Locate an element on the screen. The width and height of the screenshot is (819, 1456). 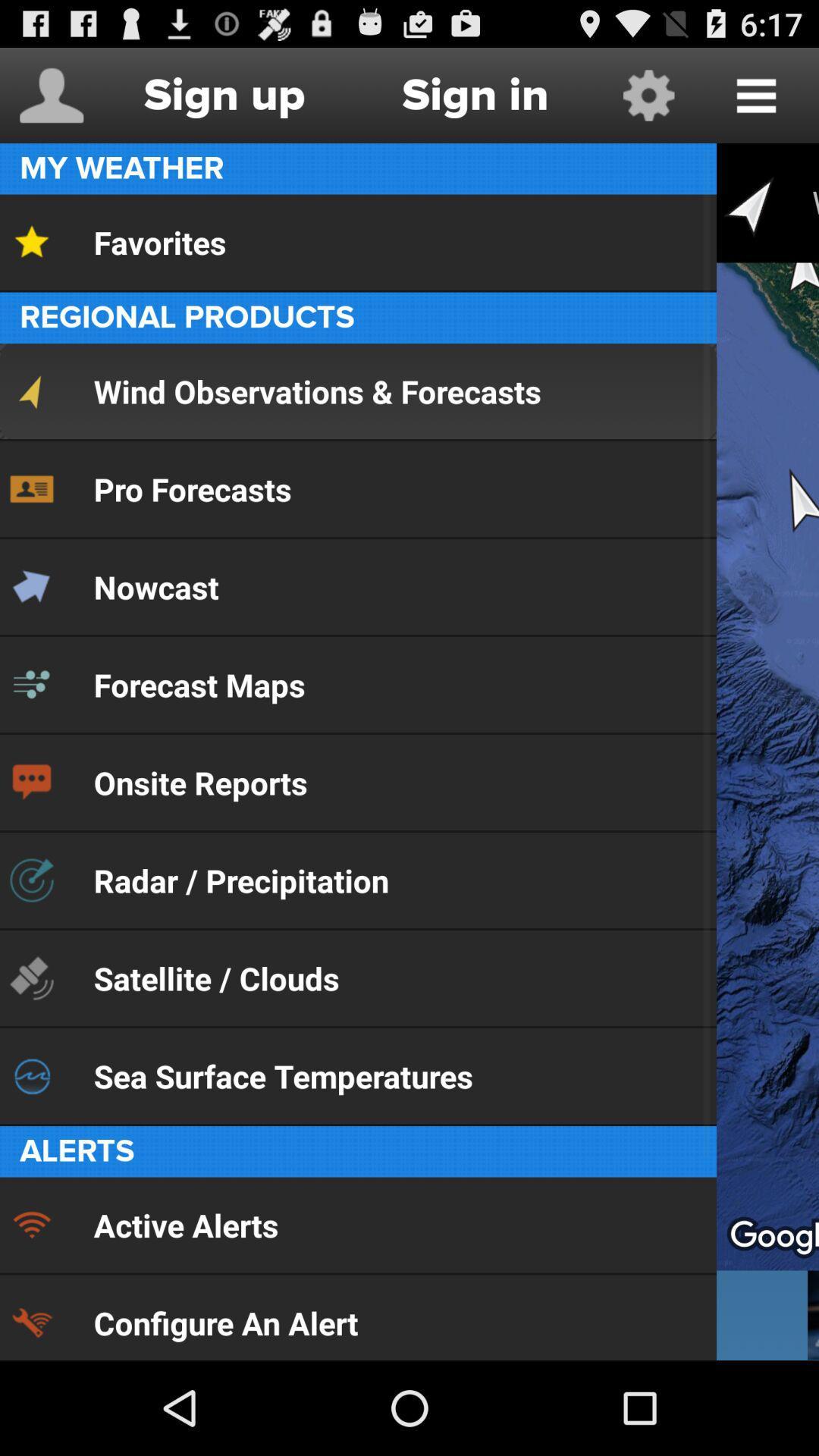
the settings icon is located at coordinates (648, 101).